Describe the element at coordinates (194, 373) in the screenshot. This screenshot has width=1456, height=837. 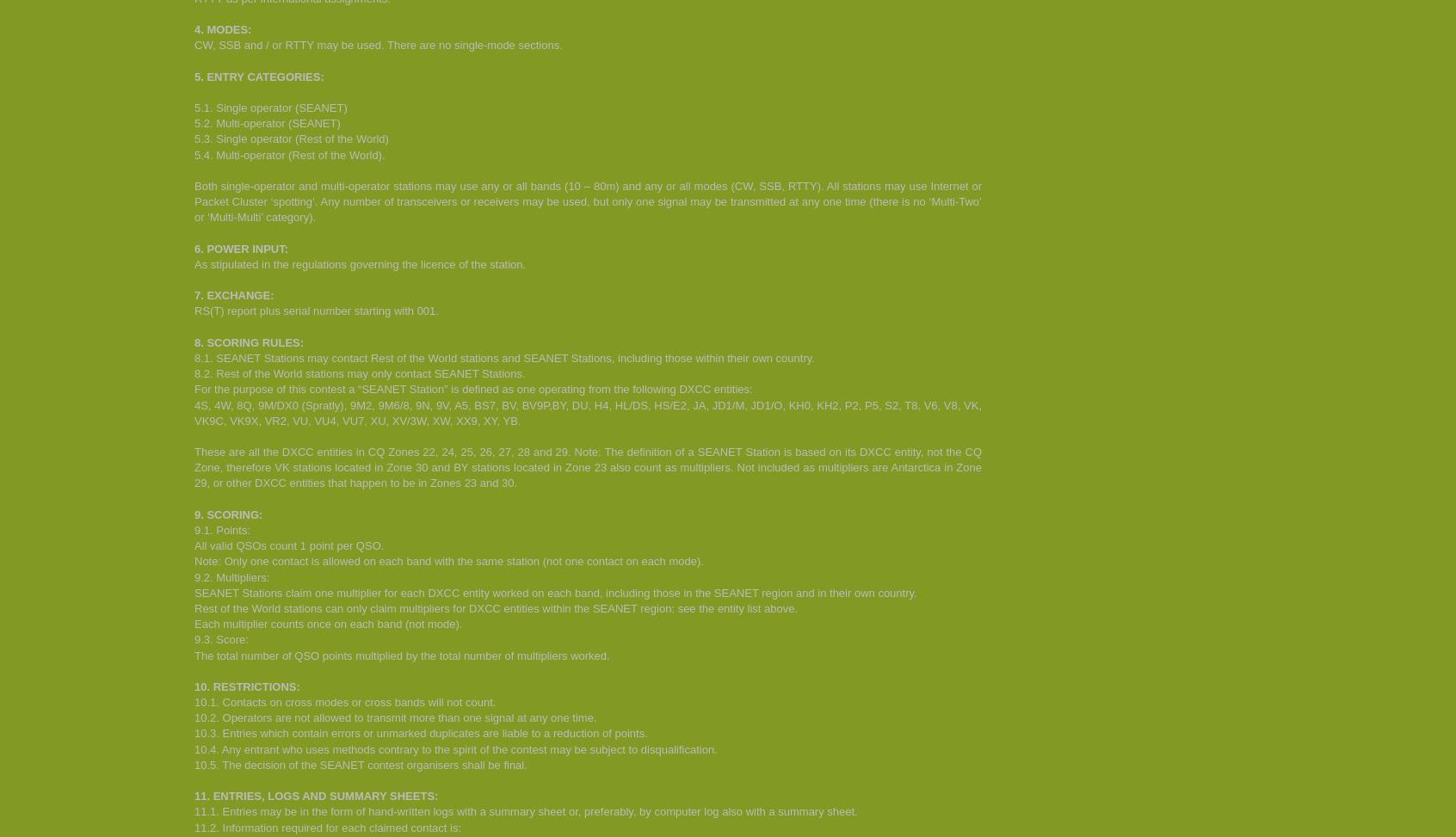
I see `'8.2. Rest of the World stations may only contact SEANET Stations.'` at that location.